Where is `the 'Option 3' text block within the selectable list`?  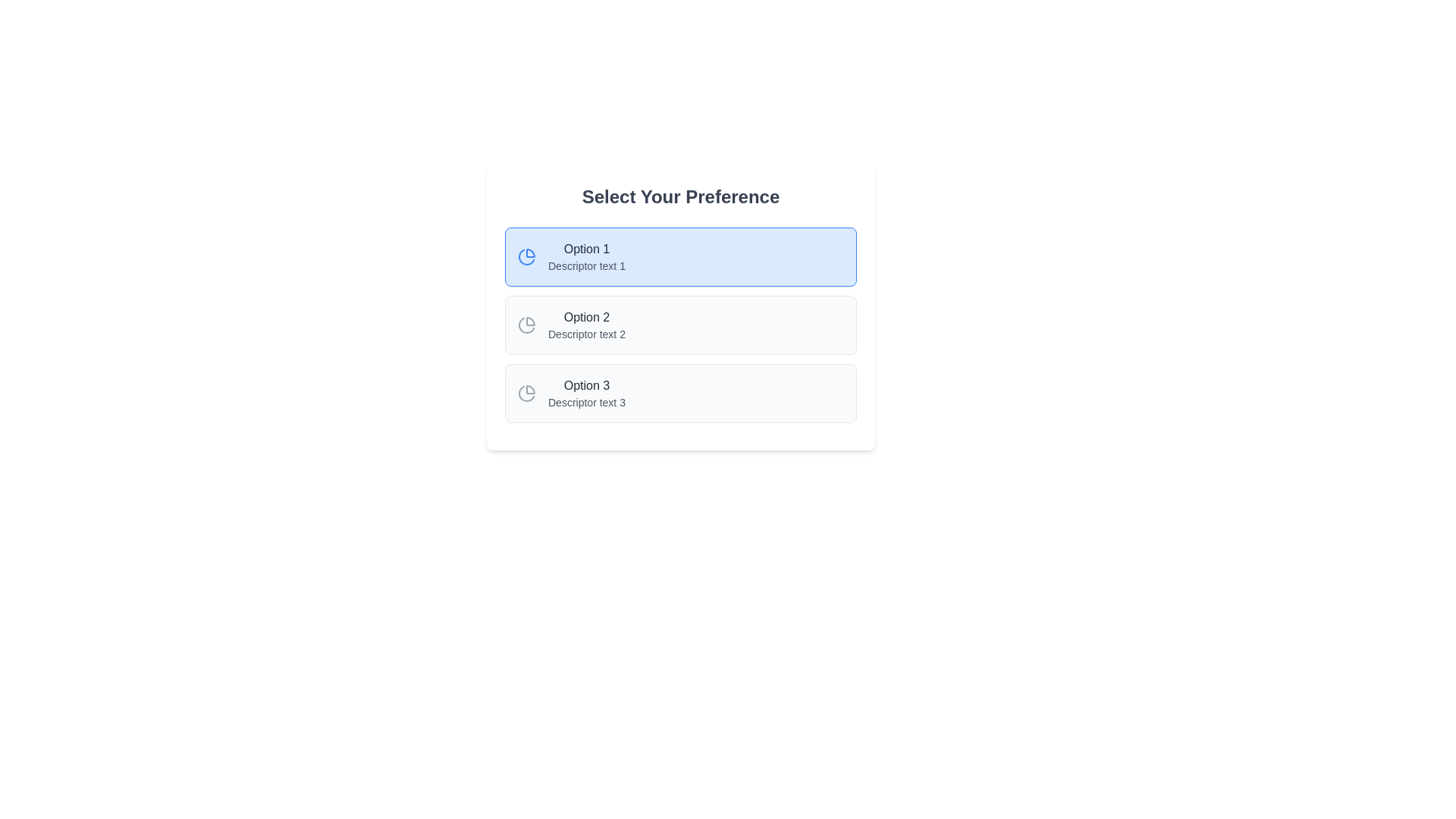
the 'Option 3' text block within the selectable list is located at coordinates (585, 393).